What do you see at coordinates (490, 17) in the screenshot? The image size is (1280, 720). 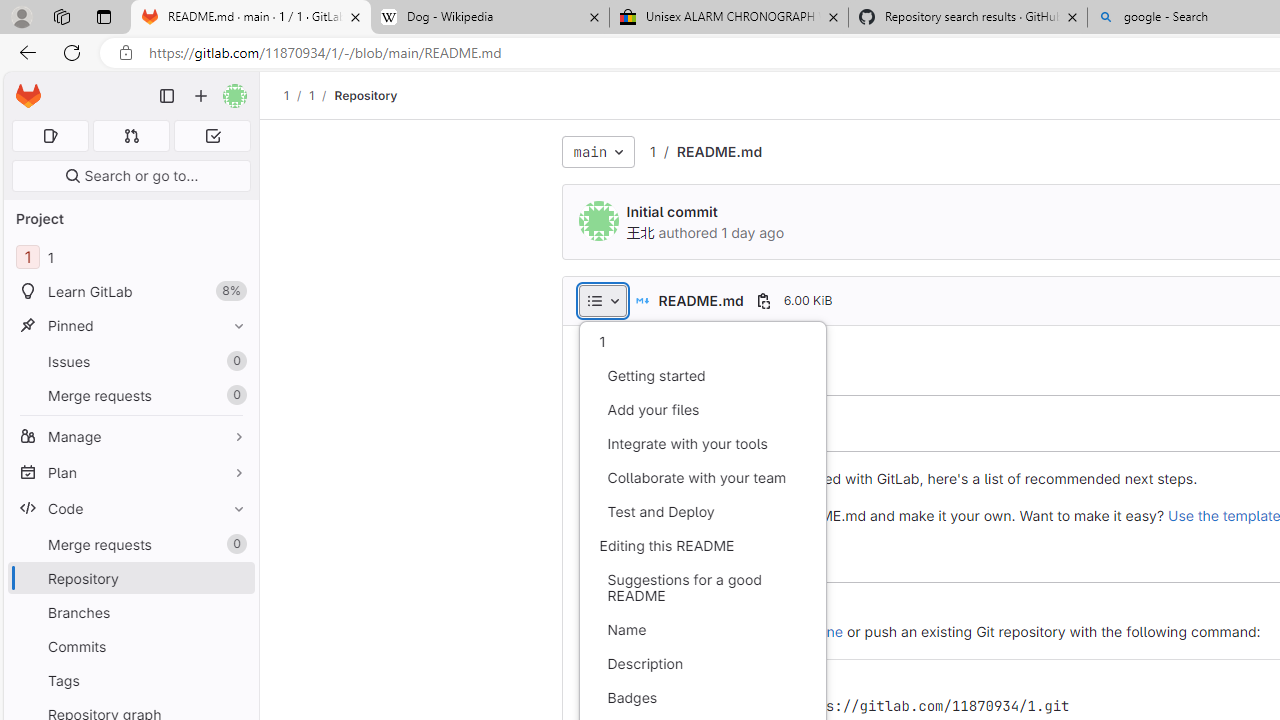 I see `'Dog - Wikipedia'` at bounding box center [490, 17].